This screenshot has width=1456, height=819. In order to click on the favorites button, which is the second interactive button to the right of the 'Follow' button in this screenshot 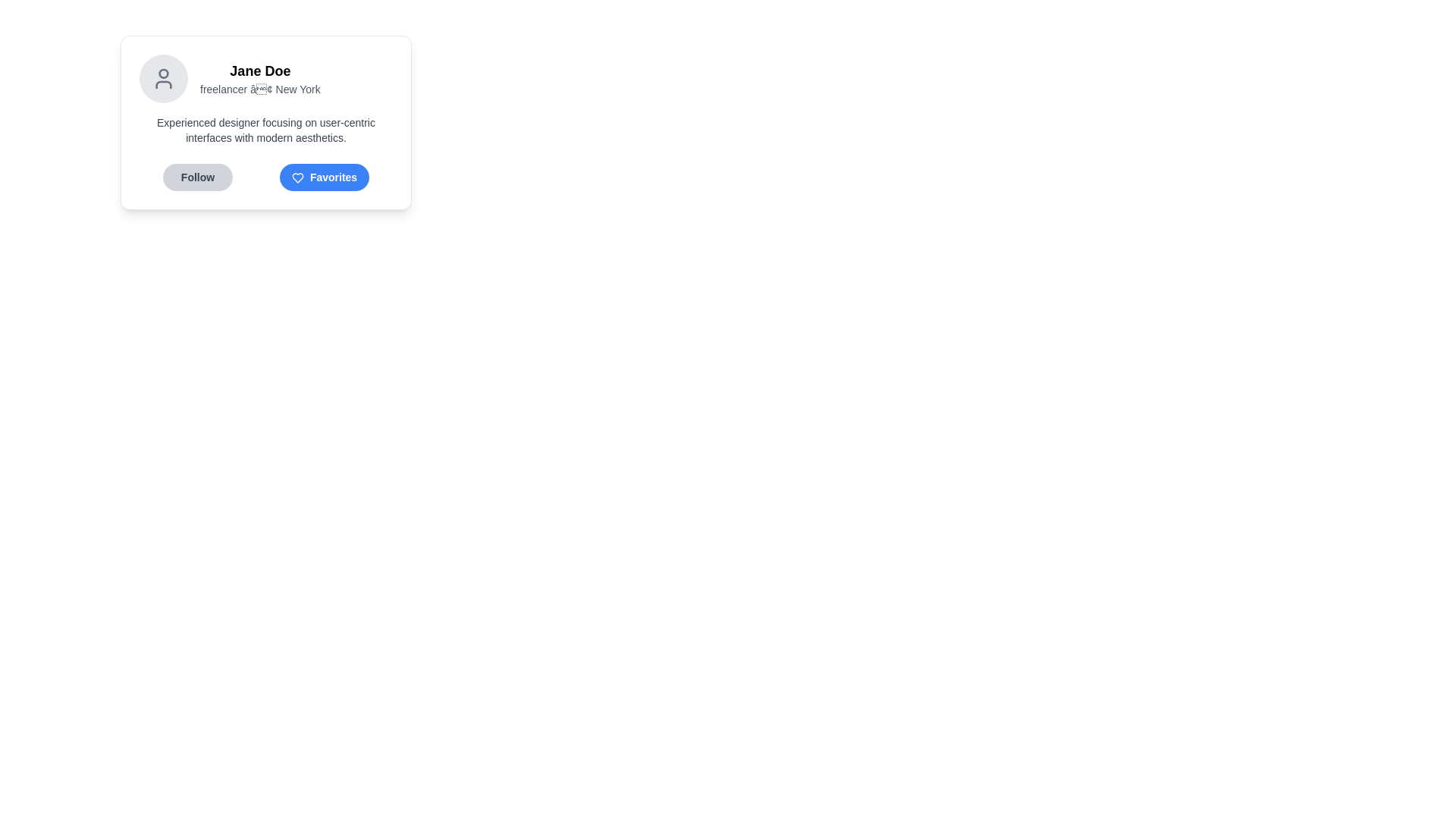, I will do `click(323, 177)`.